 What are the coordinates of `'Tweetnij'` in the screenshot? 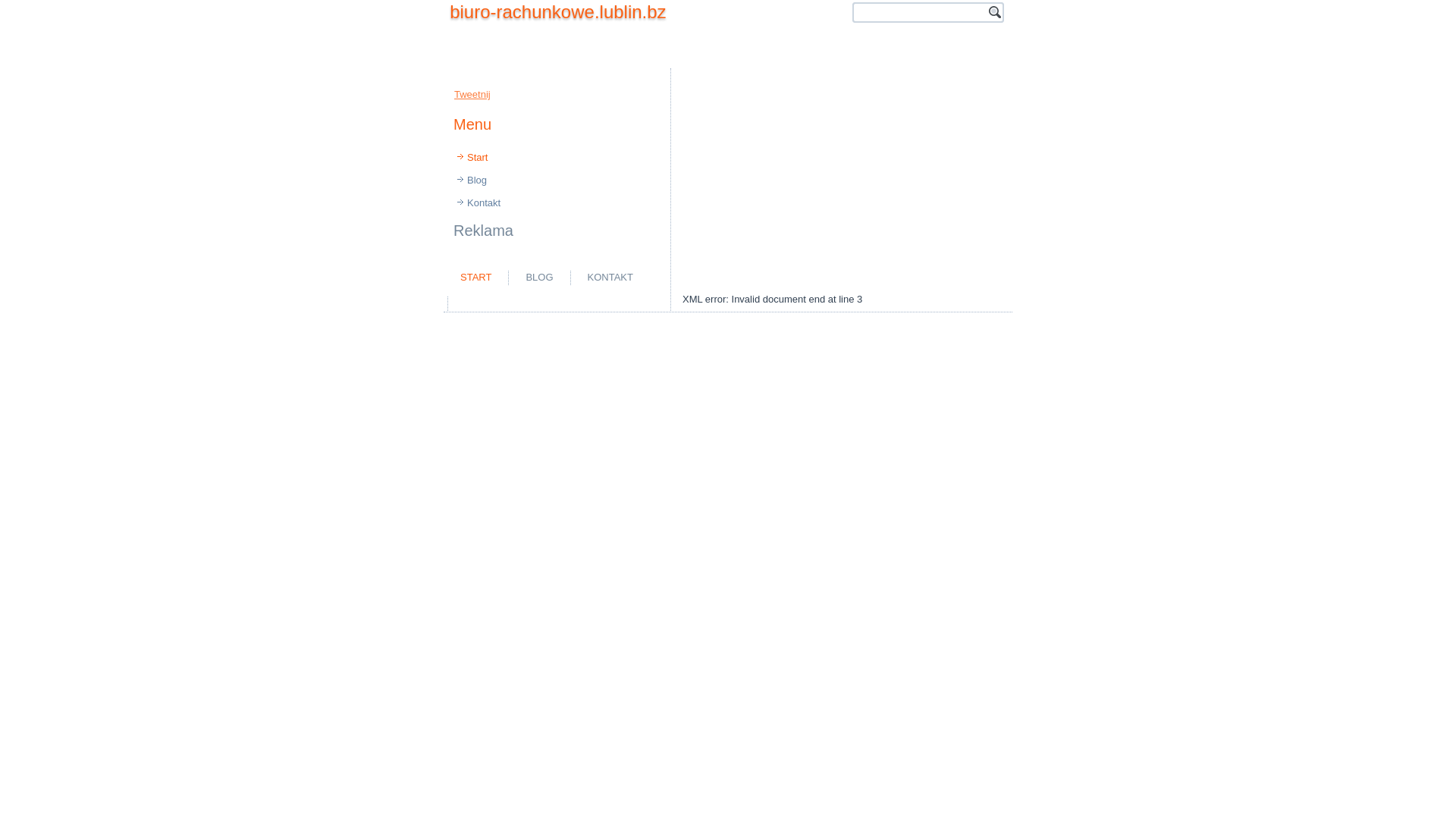 It's located at (472, 94).